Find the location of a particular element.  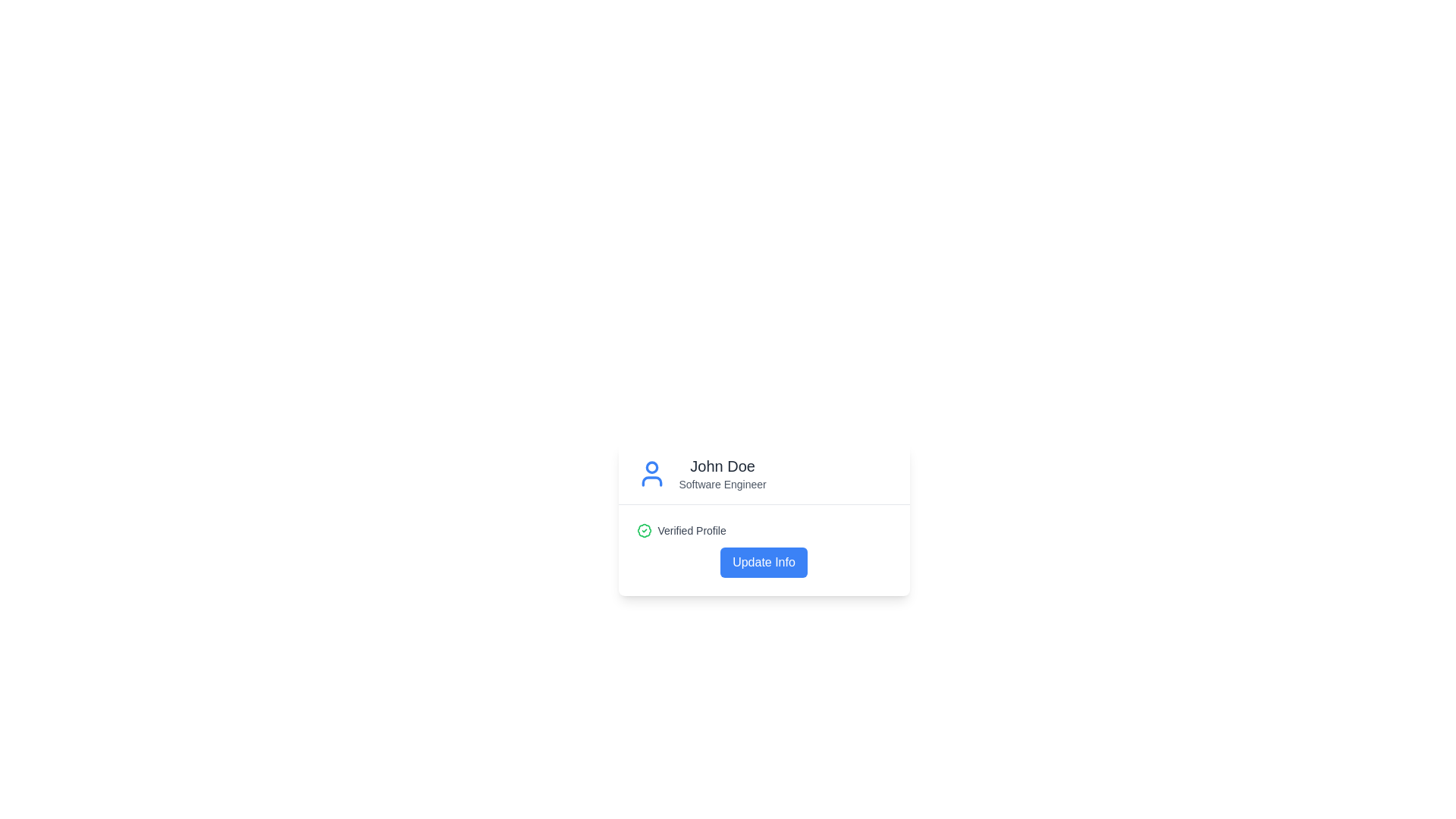

the bottom half of the user avatar icon, which is styled with a blue outline and positioned below the circular head in the SVG representation is located at coordinates (651, 482).